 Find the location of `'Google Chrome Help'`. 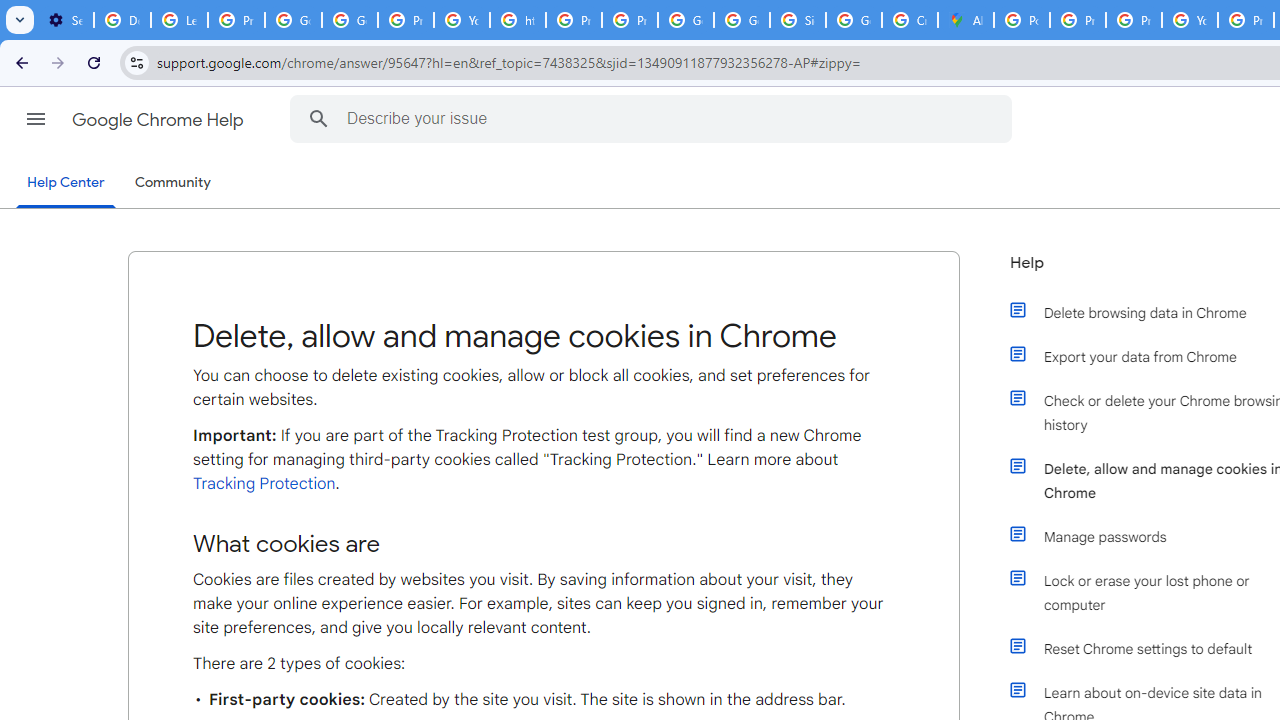

'Google Chrome Help' is located at coordinates (160, 119).